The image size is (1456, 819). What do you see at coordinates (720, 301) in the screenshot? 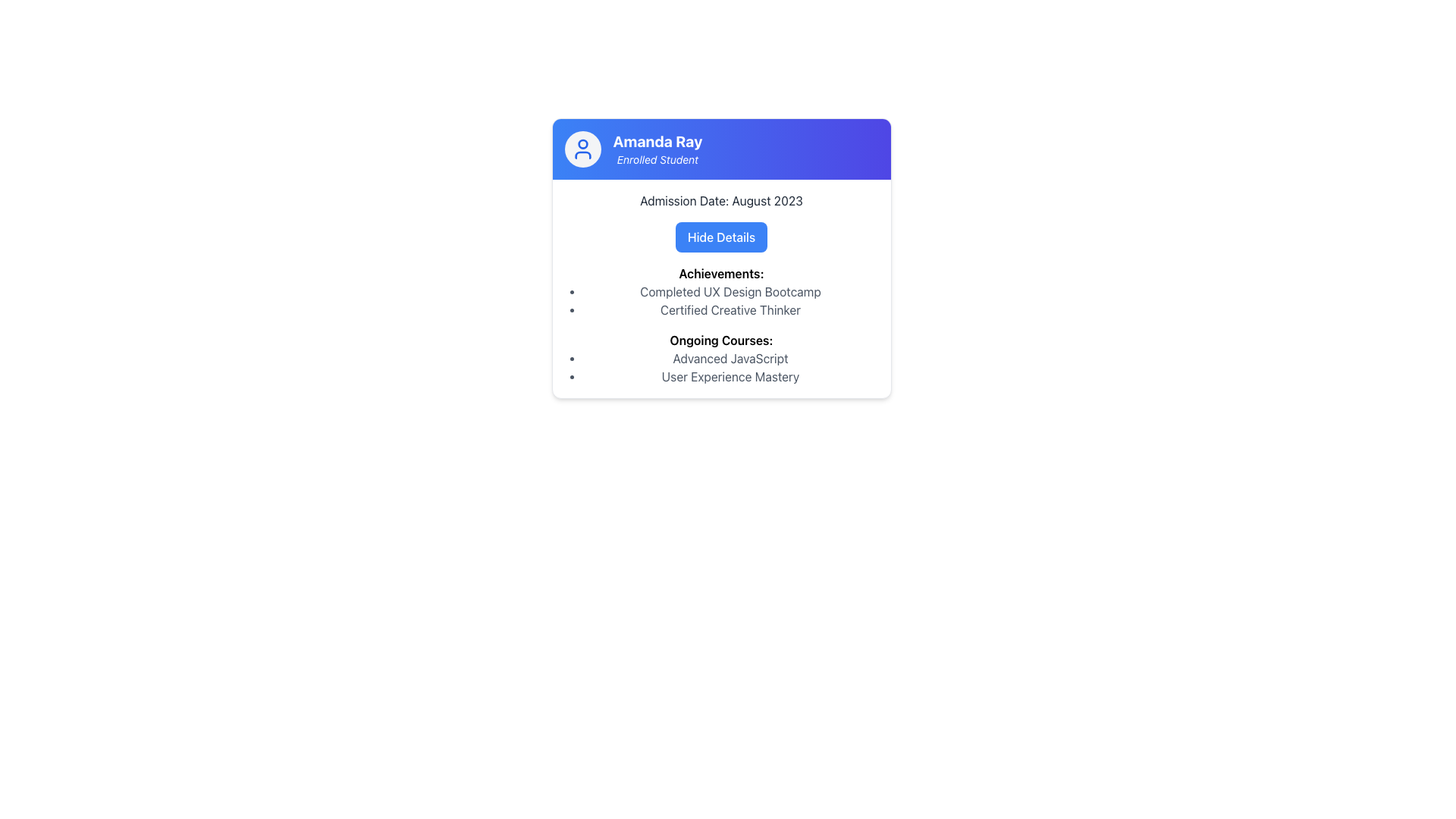
I see `text from the Bullet list element displaying 'Completed UX Design Bootcamp' and 'Certified Creative Thinker' under the 'Achievements:' section` at bounding box center [720, 301].